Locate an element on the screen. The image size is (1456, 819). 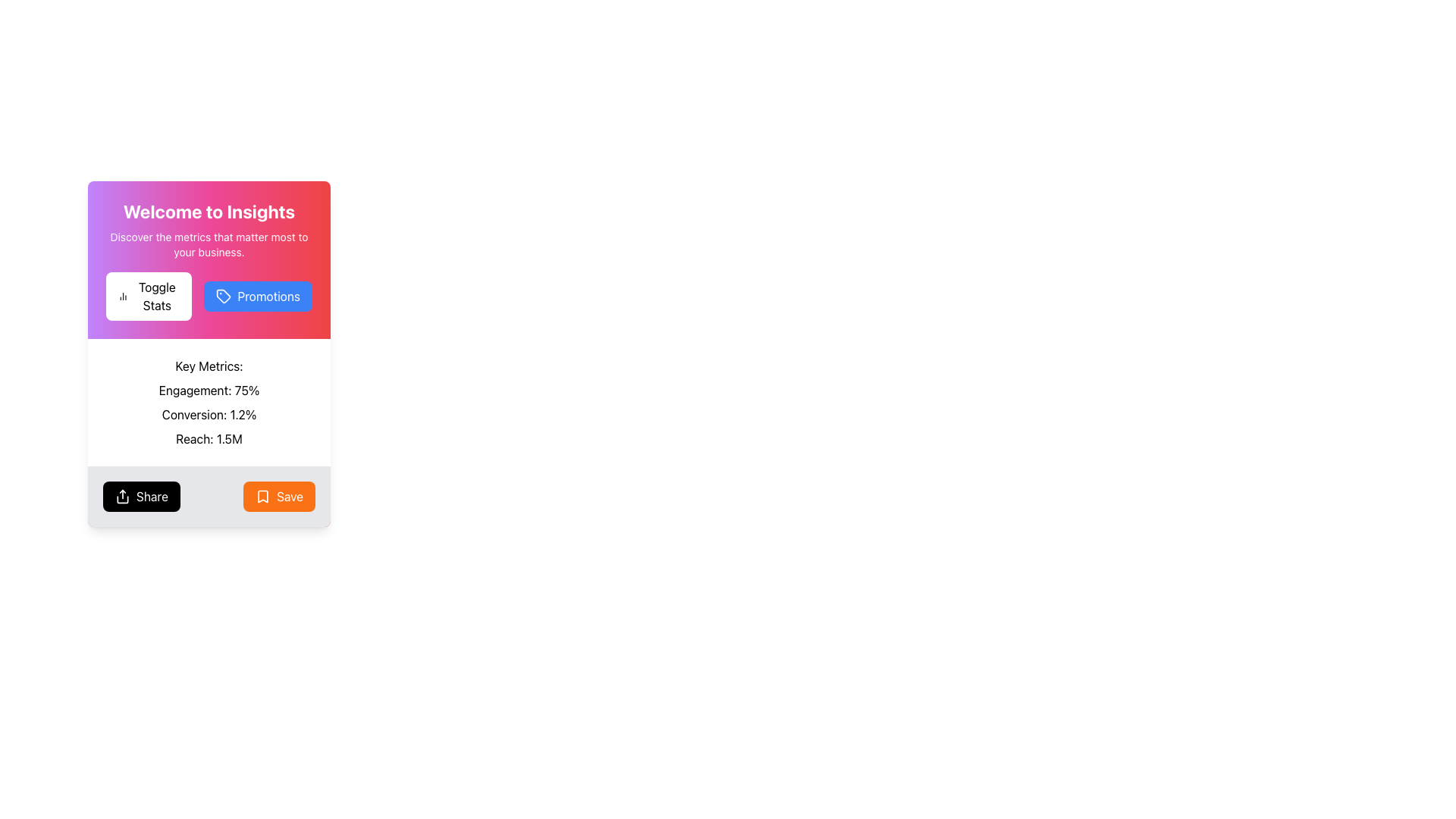
the blue tag-shaped icon with a small filled circle, located to the right of the 'Toggle Stats' button and adjacent to the 'Promotions' button is located at coordinates (223, 296).